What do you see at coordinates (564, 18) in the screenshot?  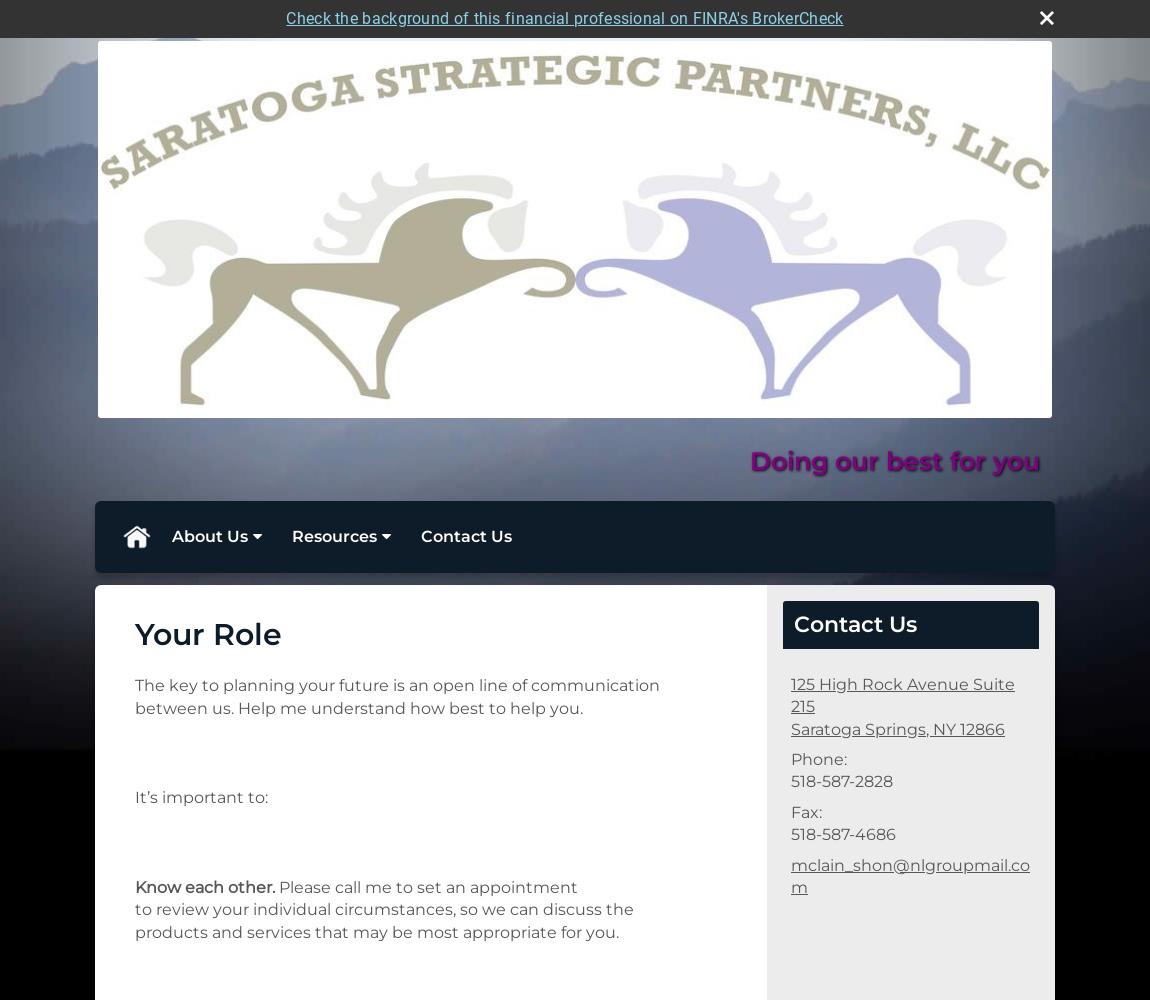 I see `'Check the background of this financial professional on FINRA's BrokerCheck'` at bounding box center [564, 18].